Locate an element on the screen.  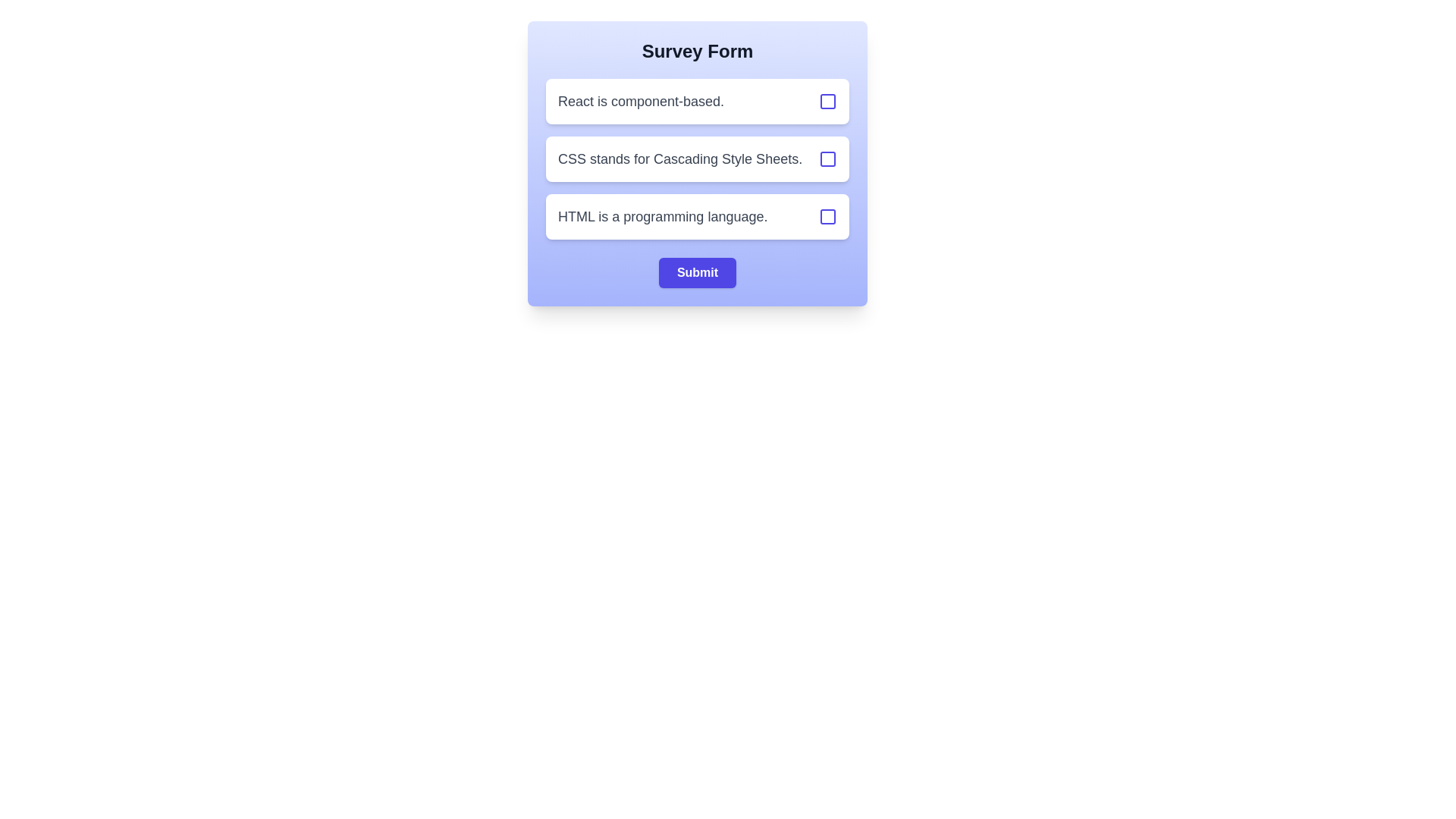
the option with text 'CSS stands for Cascading Style Sheets.' to observe its hover effect is located at coordinates (697, 158).